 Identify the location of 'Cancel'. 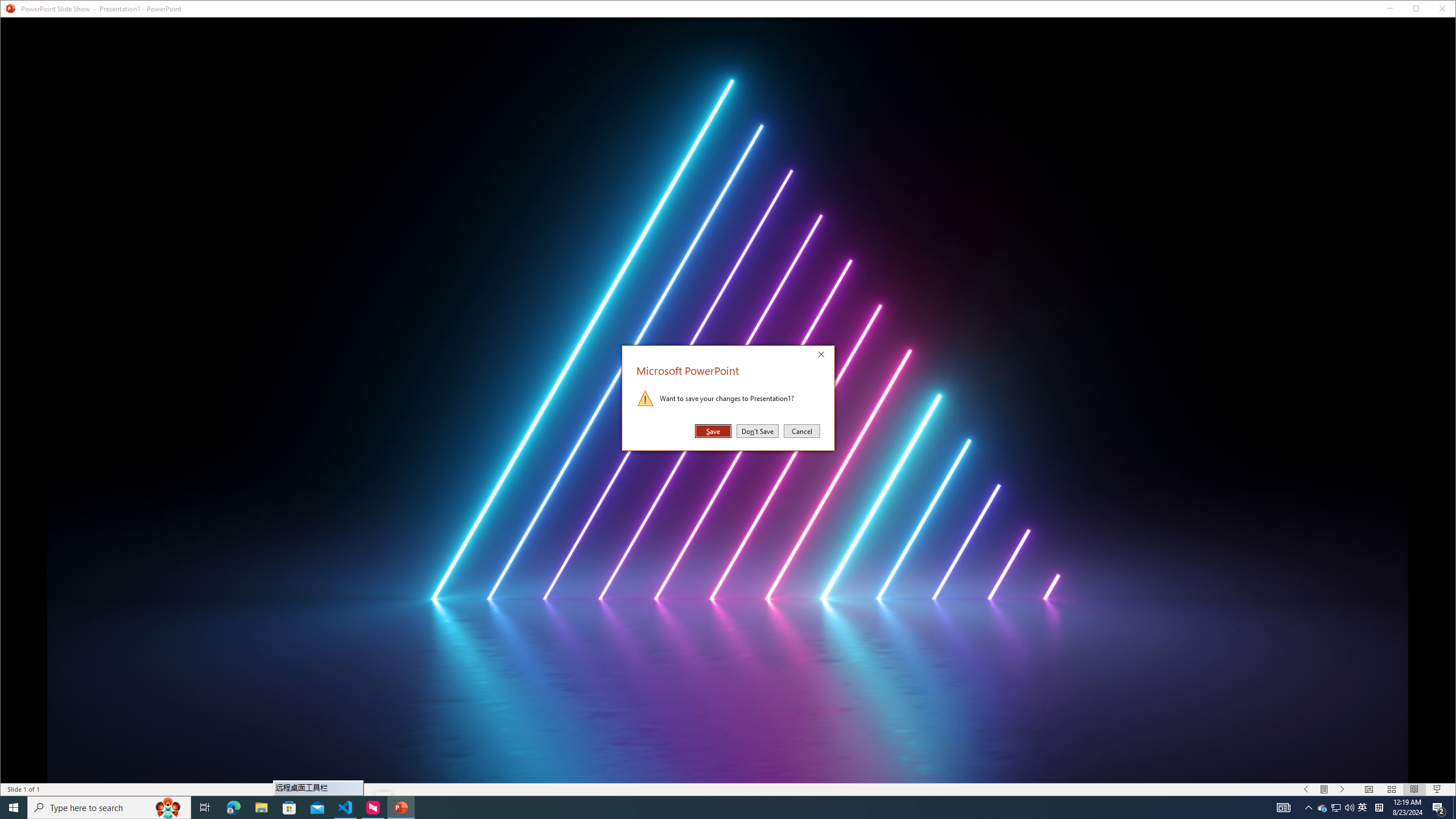
(801, 431).